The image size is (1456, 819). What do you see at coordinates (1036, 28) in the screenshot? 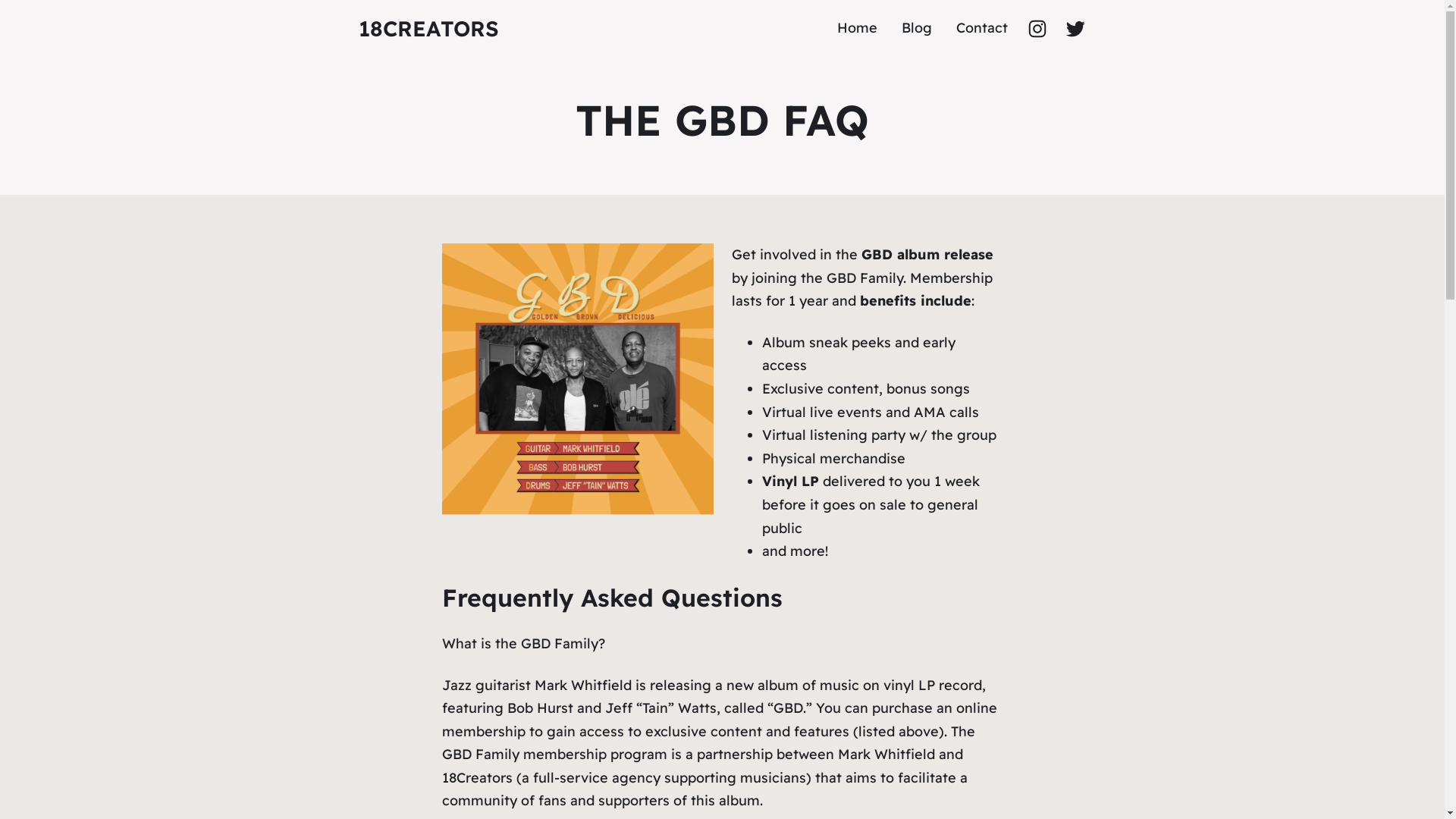
I see `'Instagram'` at bounding box center [1036, 28].